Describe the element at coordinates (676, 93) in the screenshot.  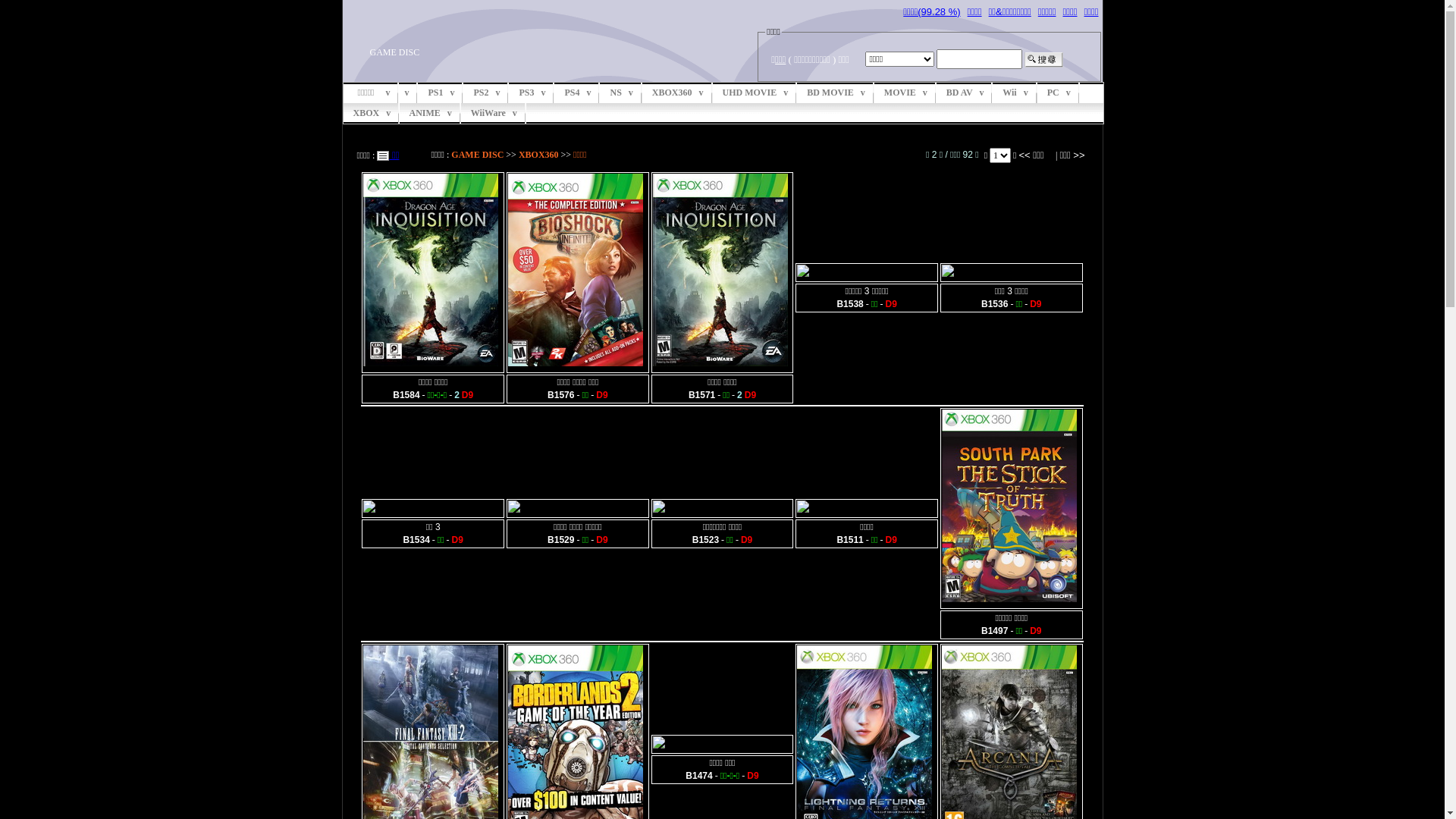
I see `'  XBOX360  '` at that location.